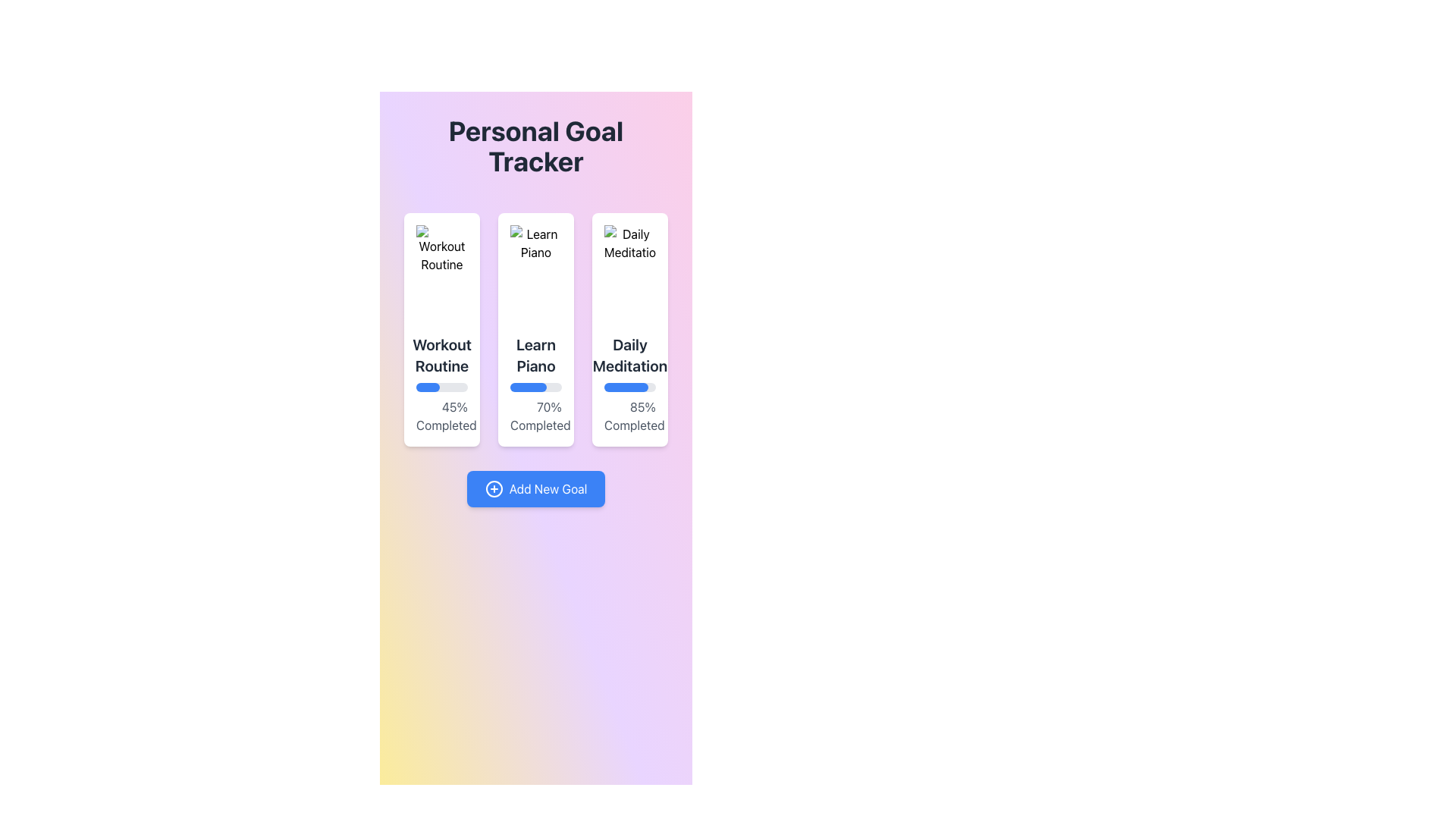 This screenshot has width=1456, height=819. Describe the element at coordinates (629, 274) in the screenshot. I see `the non-interactive image representing 'Daily Meditation' located at the top of the card` at that location.